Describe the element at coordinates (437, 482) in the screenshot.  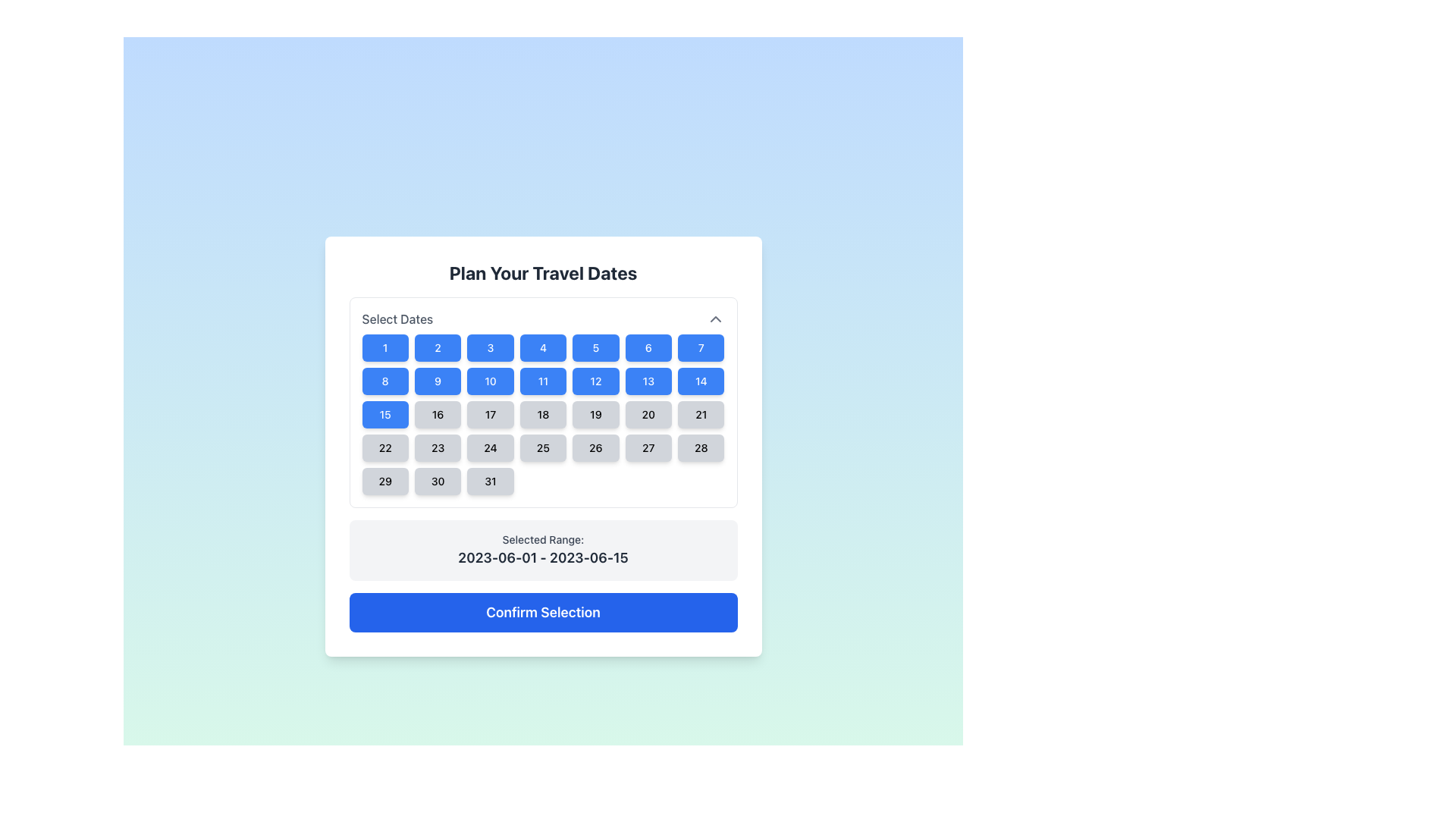
I see `the selectable date button for the date '30' located in the calendar grid under the 'Select Dates' section` at that location.